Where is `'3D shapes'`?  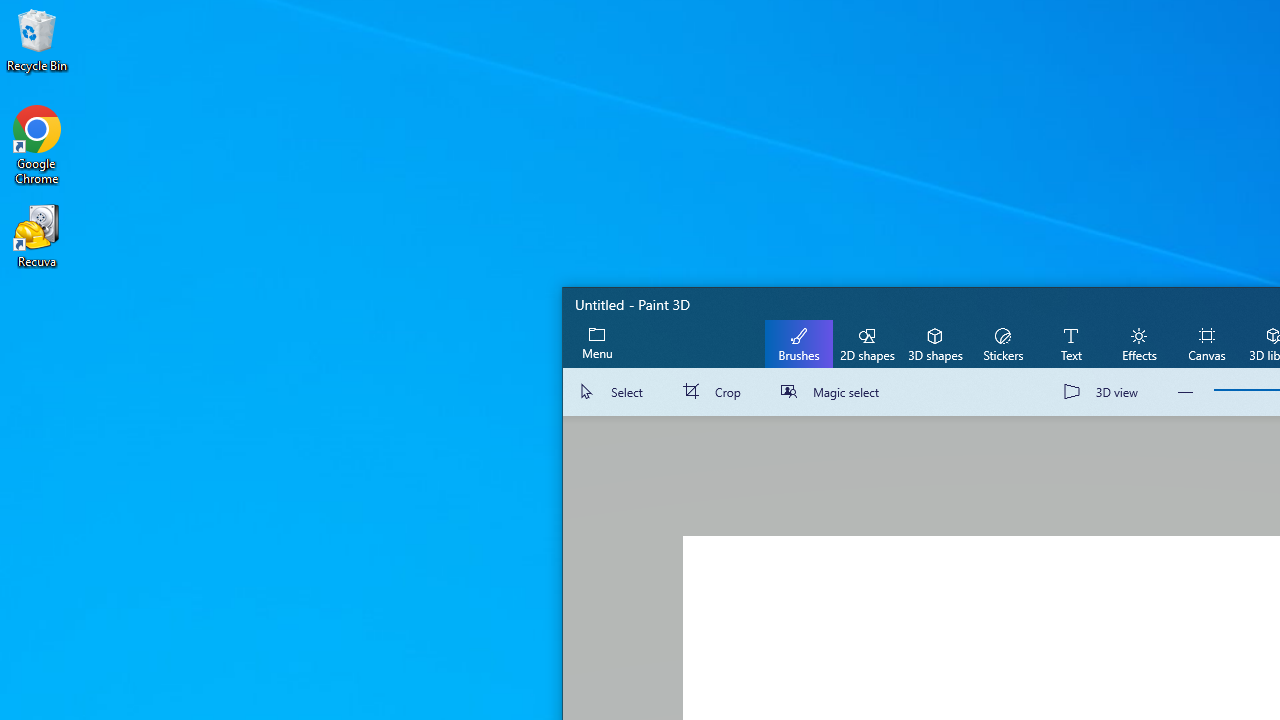 '3D shapes' is located at coordinates (934, 342).